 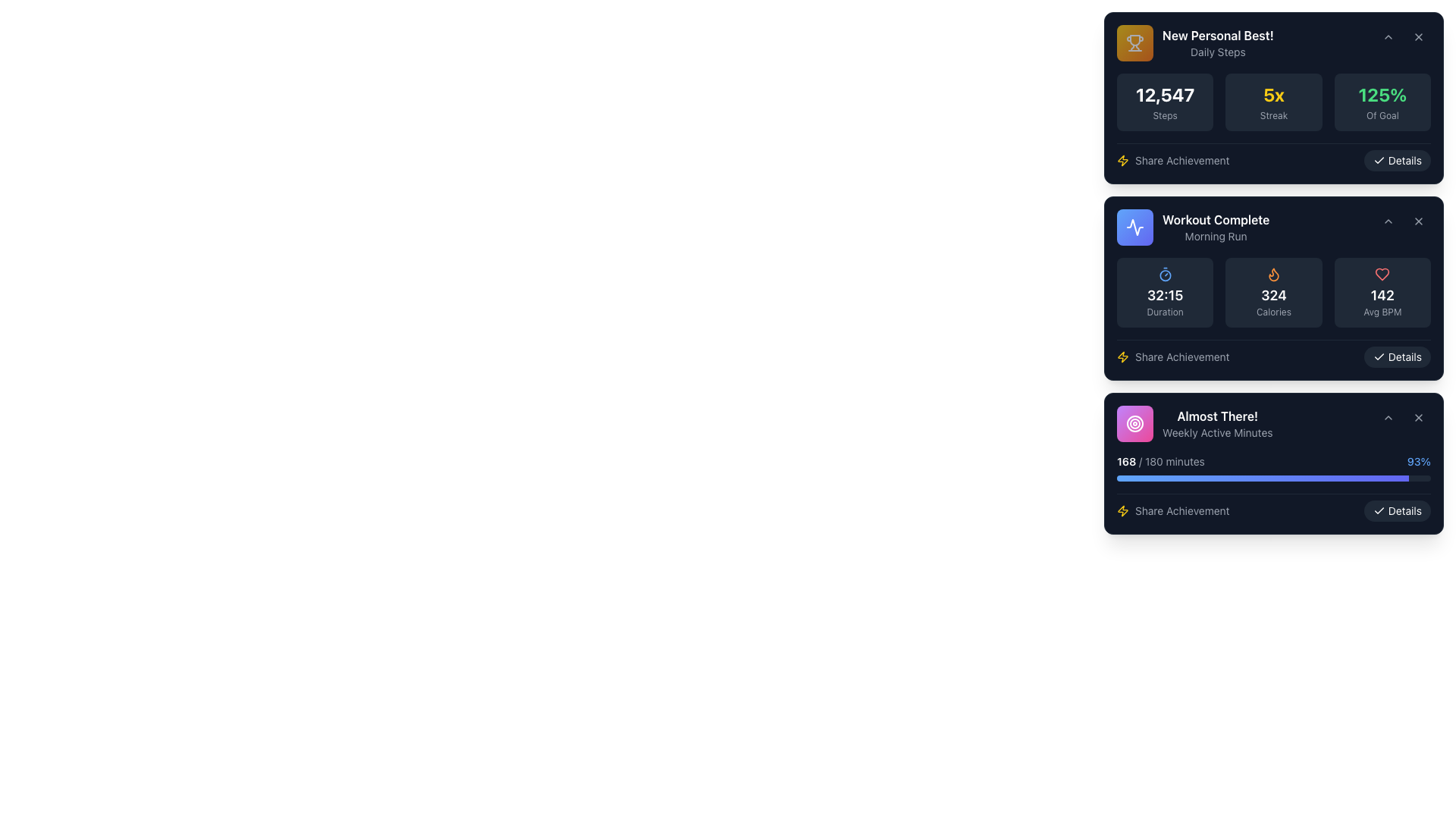 What do you see at coordinates (1418, 461) in the screenshot?
I see `the text label displaying '93%' styled with blue text, located at the end of a text line within a progress tracker card` at bounding box center [1418, 461].